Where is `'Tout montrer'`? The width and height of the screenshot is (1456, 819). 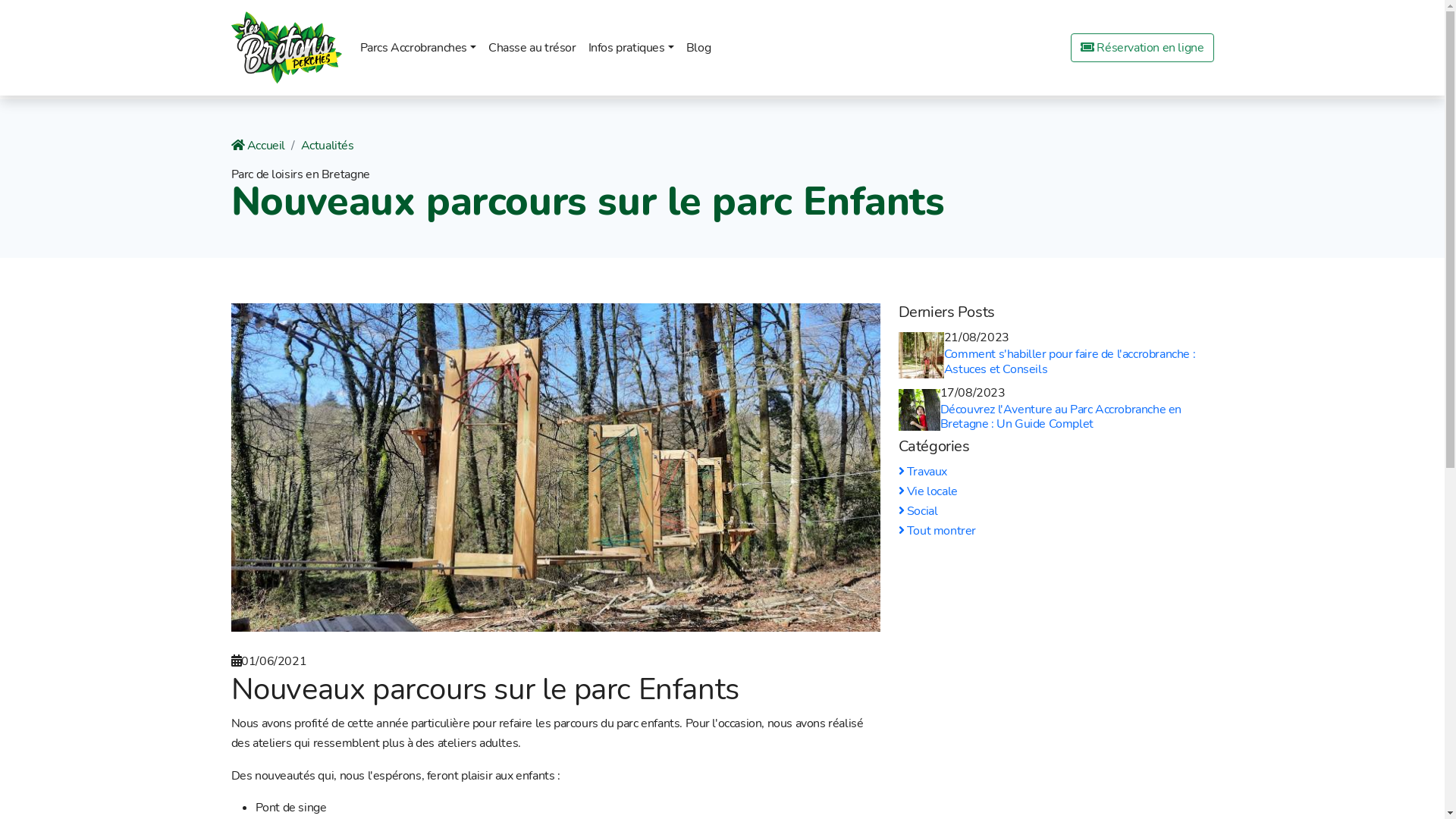 'Tout montrer' is located at coordinates (935, 529).